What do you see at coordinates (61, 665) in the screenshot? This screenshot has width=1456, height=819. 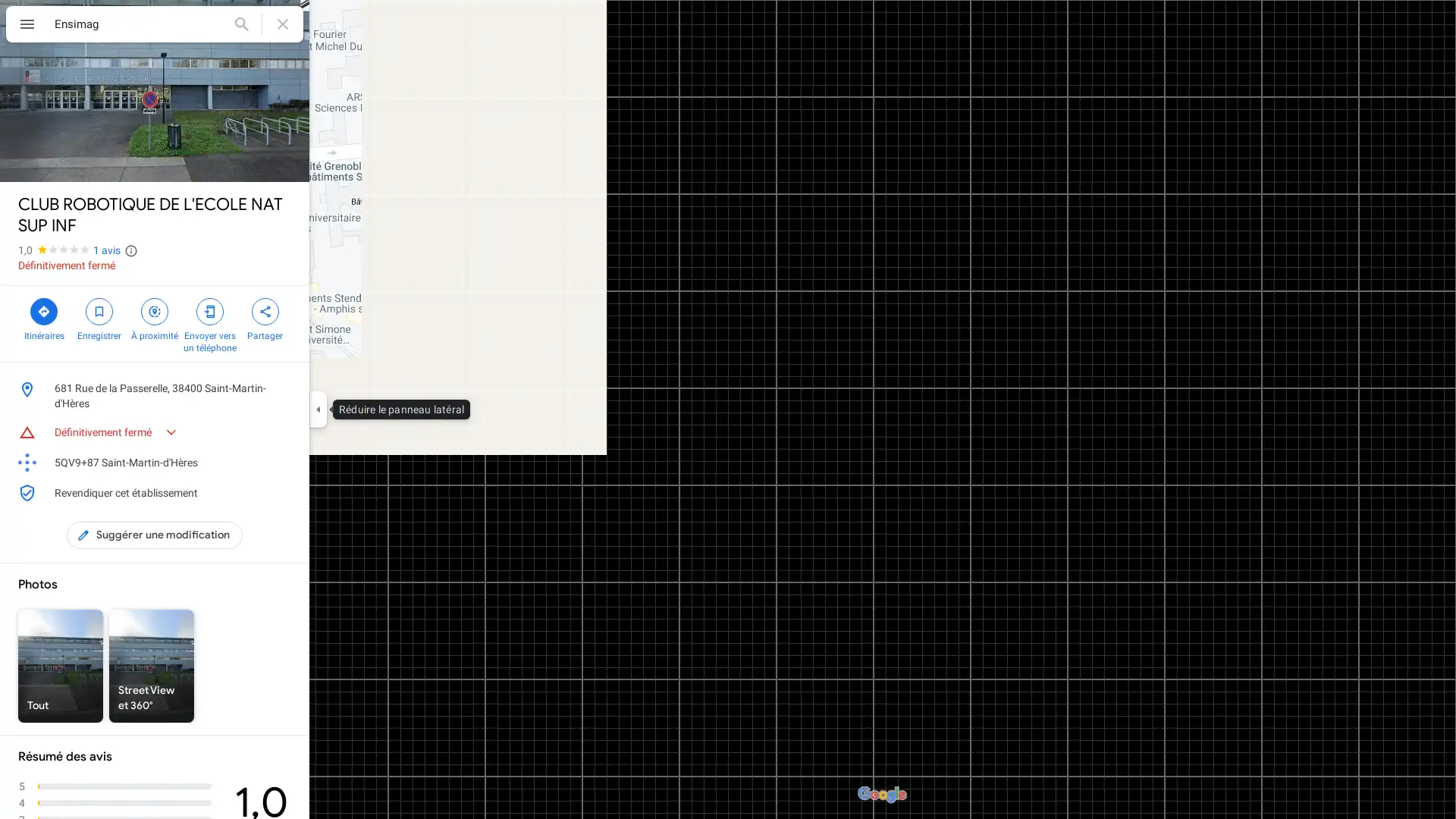 I see `Tout` at bounding box center [61, 665].